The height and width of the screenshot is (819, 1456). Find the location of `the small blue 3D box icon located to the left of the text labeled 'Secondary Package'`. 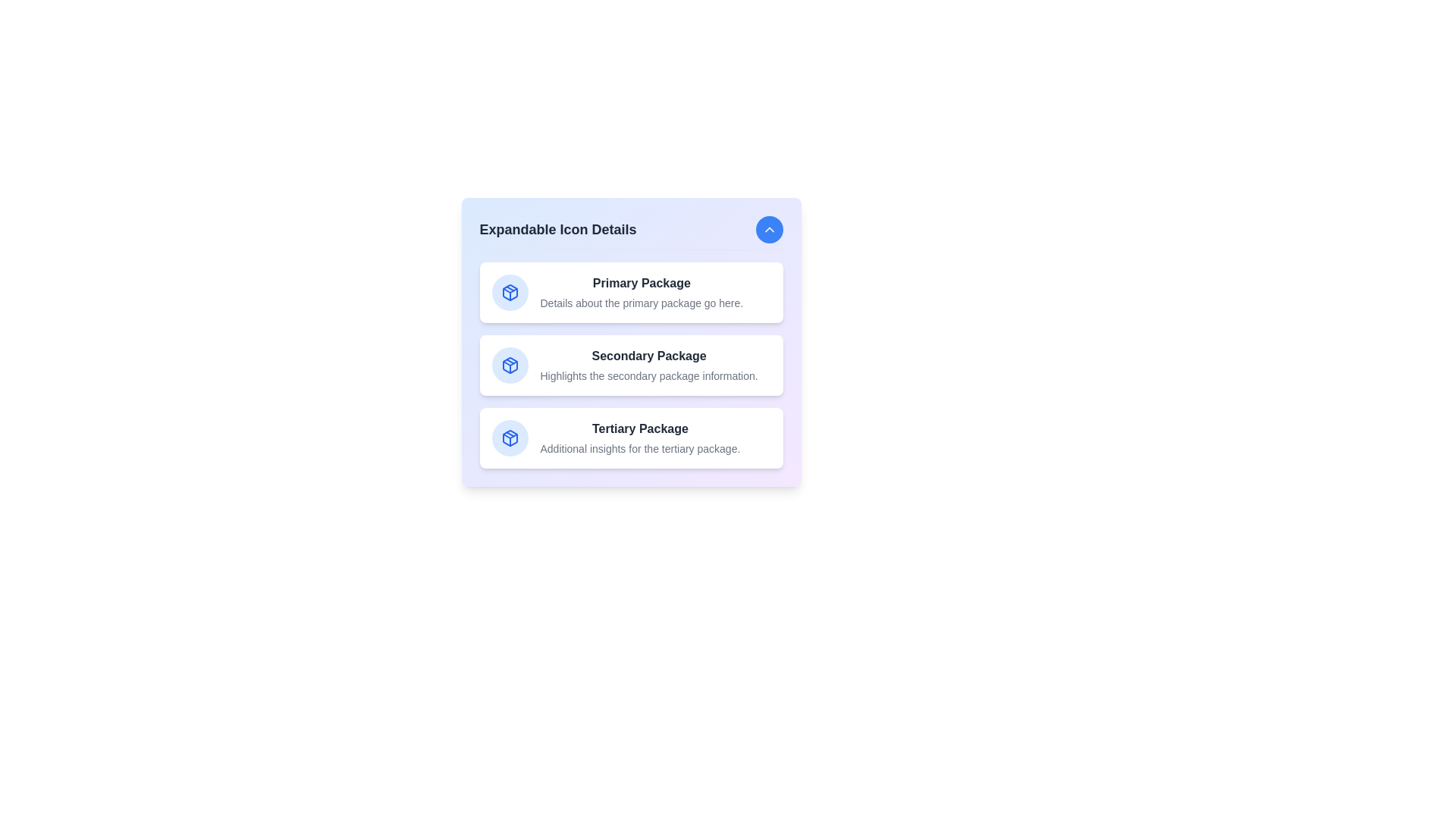

the small blue 3D box icon located to the left of the text labeled 'Secondary Package' is located at coordinates (510, 366).